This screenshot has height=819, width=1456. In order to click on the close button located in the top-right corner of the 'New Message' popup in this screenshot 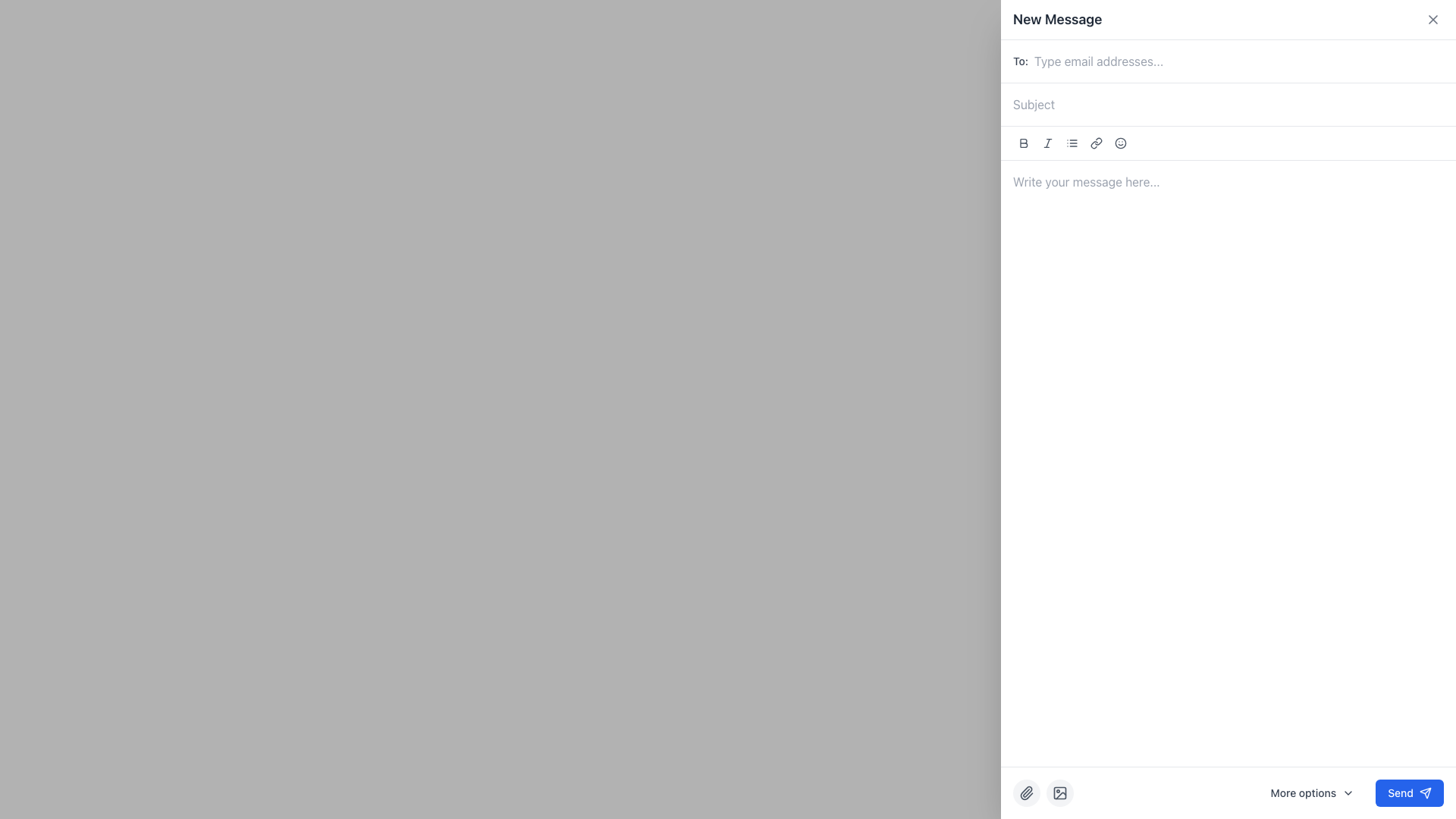, I will do `click(1432, 20)`.